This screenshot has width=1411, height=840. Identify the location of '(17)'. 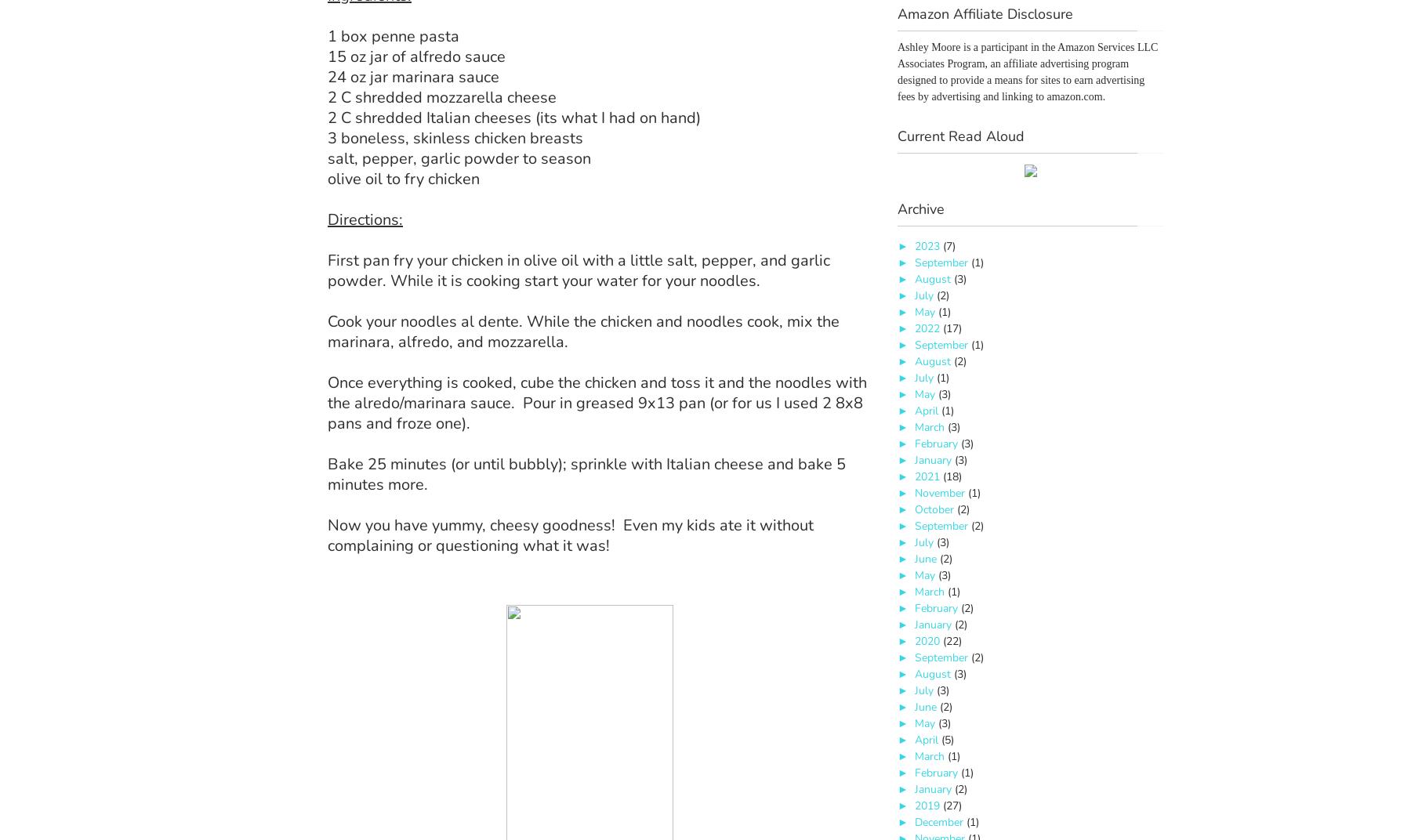
(950, 328).